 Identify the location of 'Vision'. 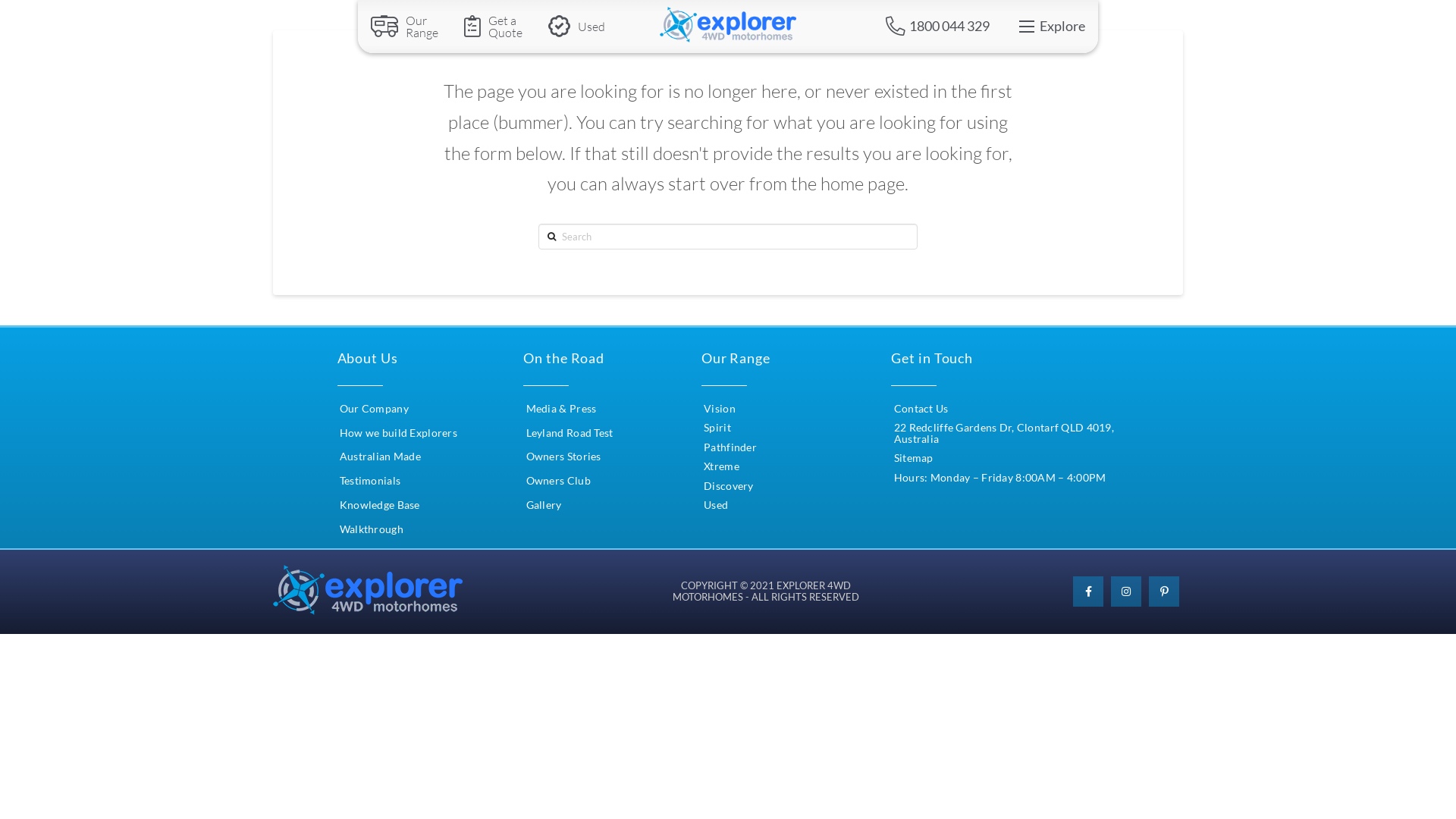
(718, 408).